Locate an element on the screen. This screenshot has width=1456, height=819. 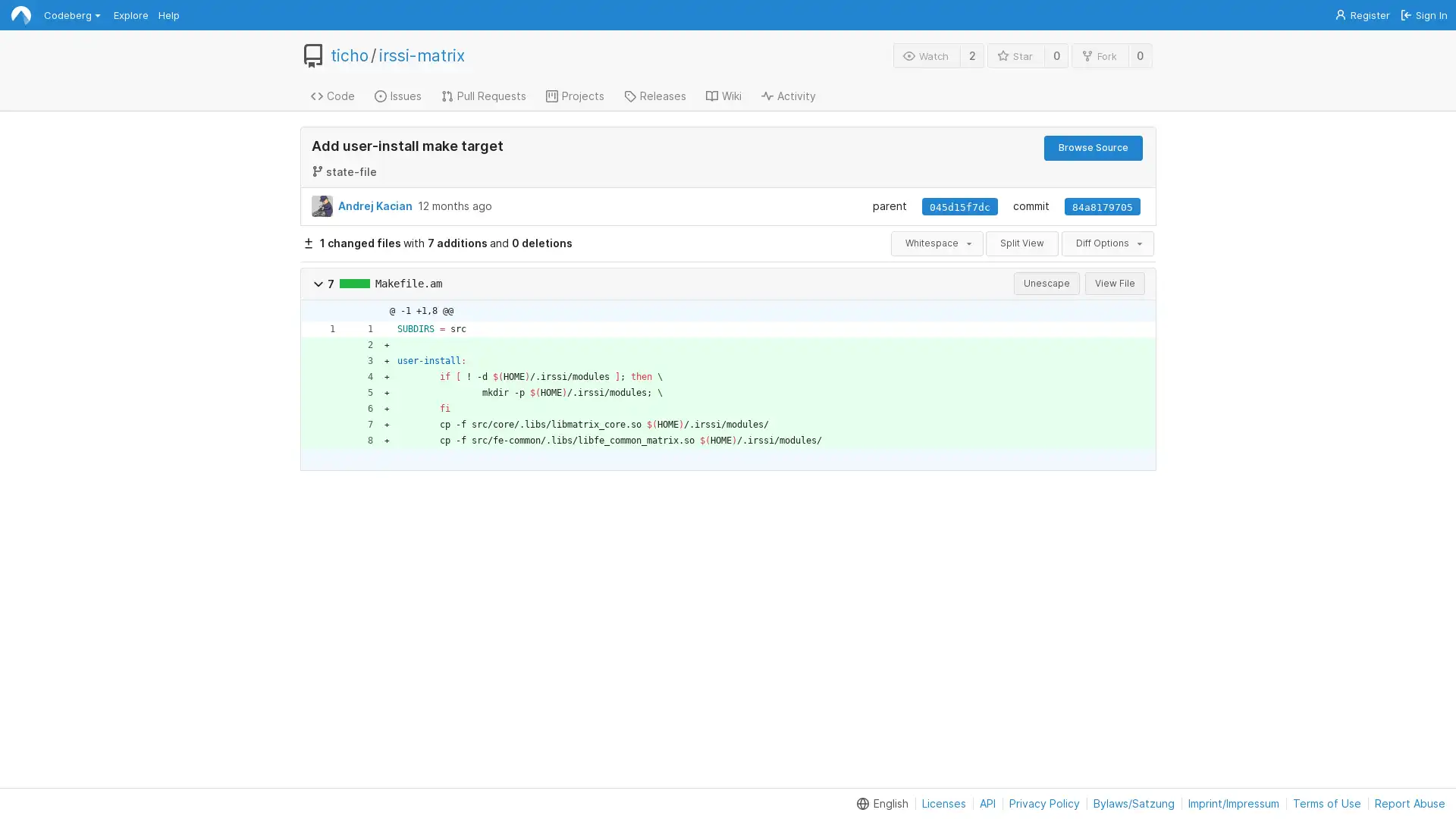
Watch is located at coordinates (926, 55).